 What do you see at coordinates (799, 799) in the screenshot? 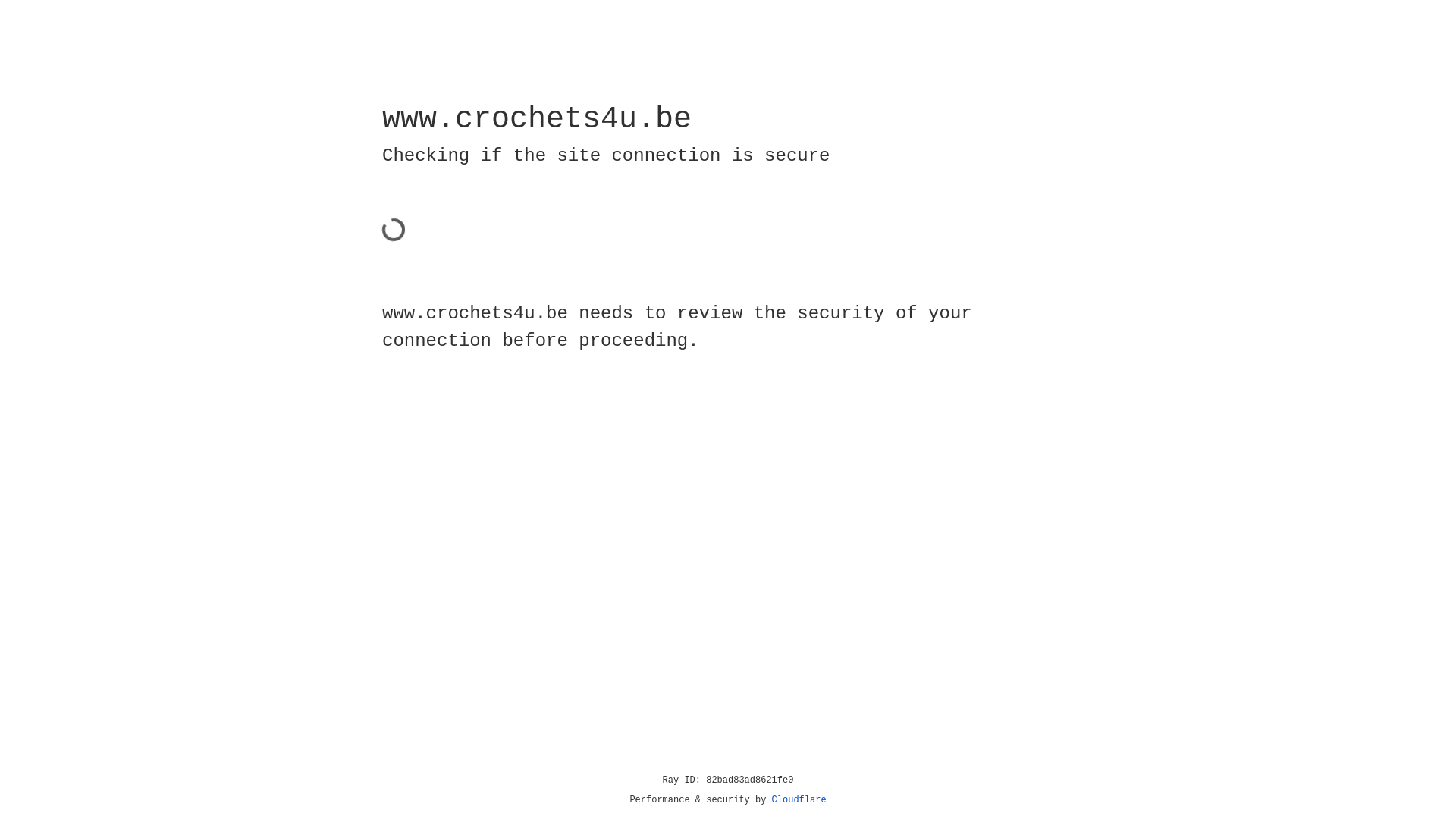
I see `'Cloudflare'` at bounding box center [799, 799].